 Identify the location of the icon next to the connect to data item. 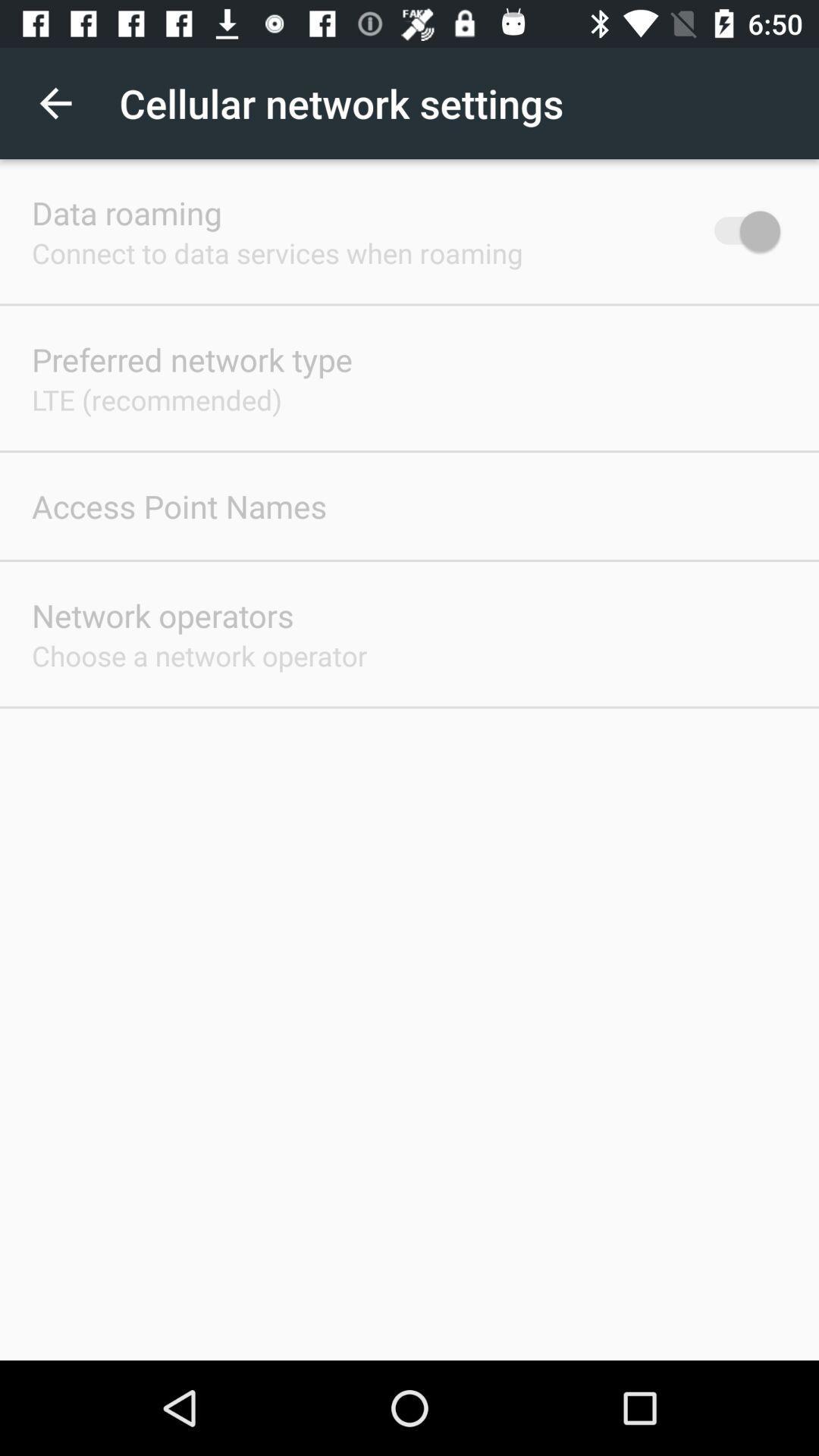
(739, 230).